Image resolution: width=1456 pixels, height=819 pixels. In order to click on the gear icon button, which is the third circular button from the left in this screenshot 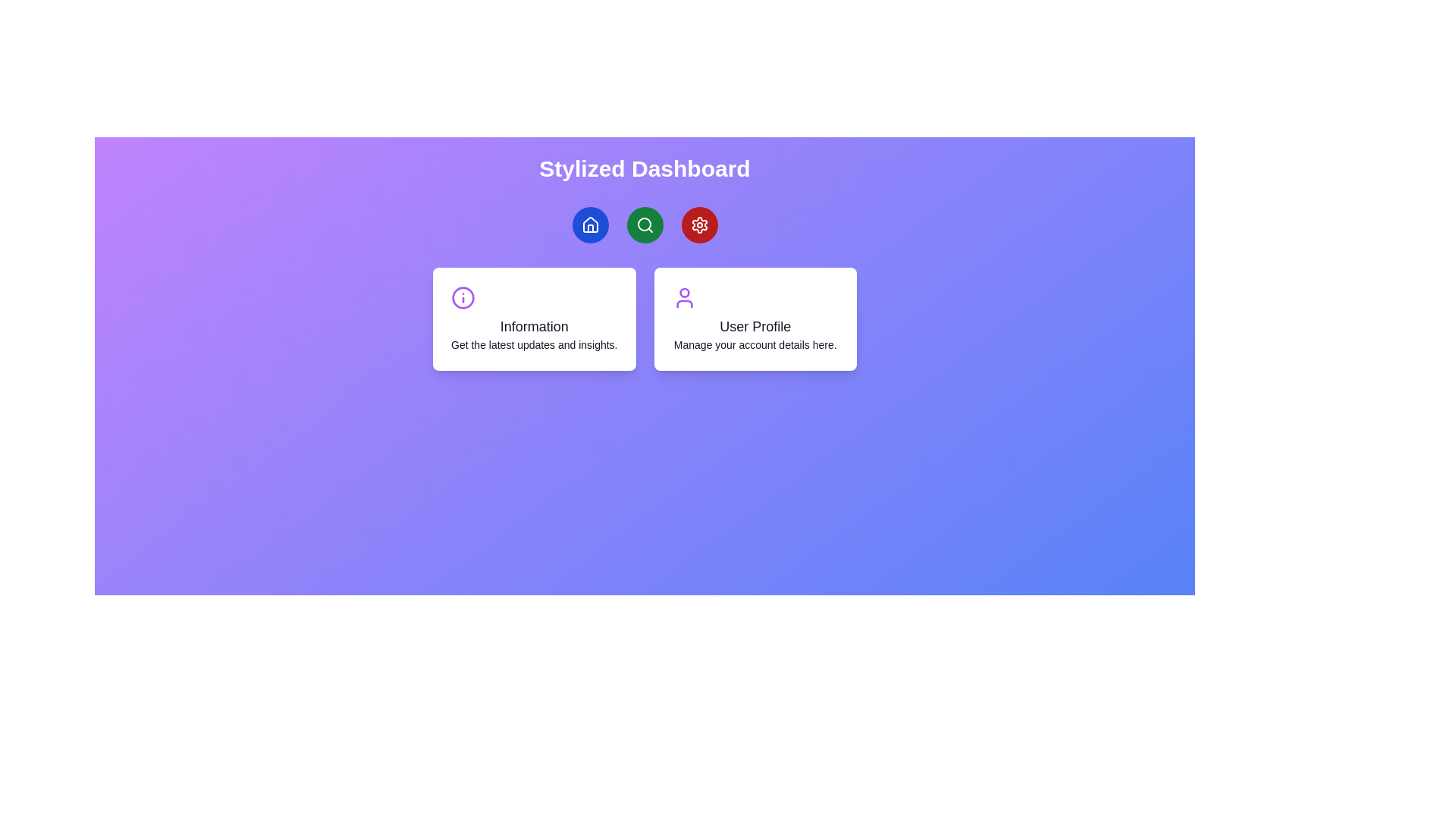, I will do `click(698, 225)`.